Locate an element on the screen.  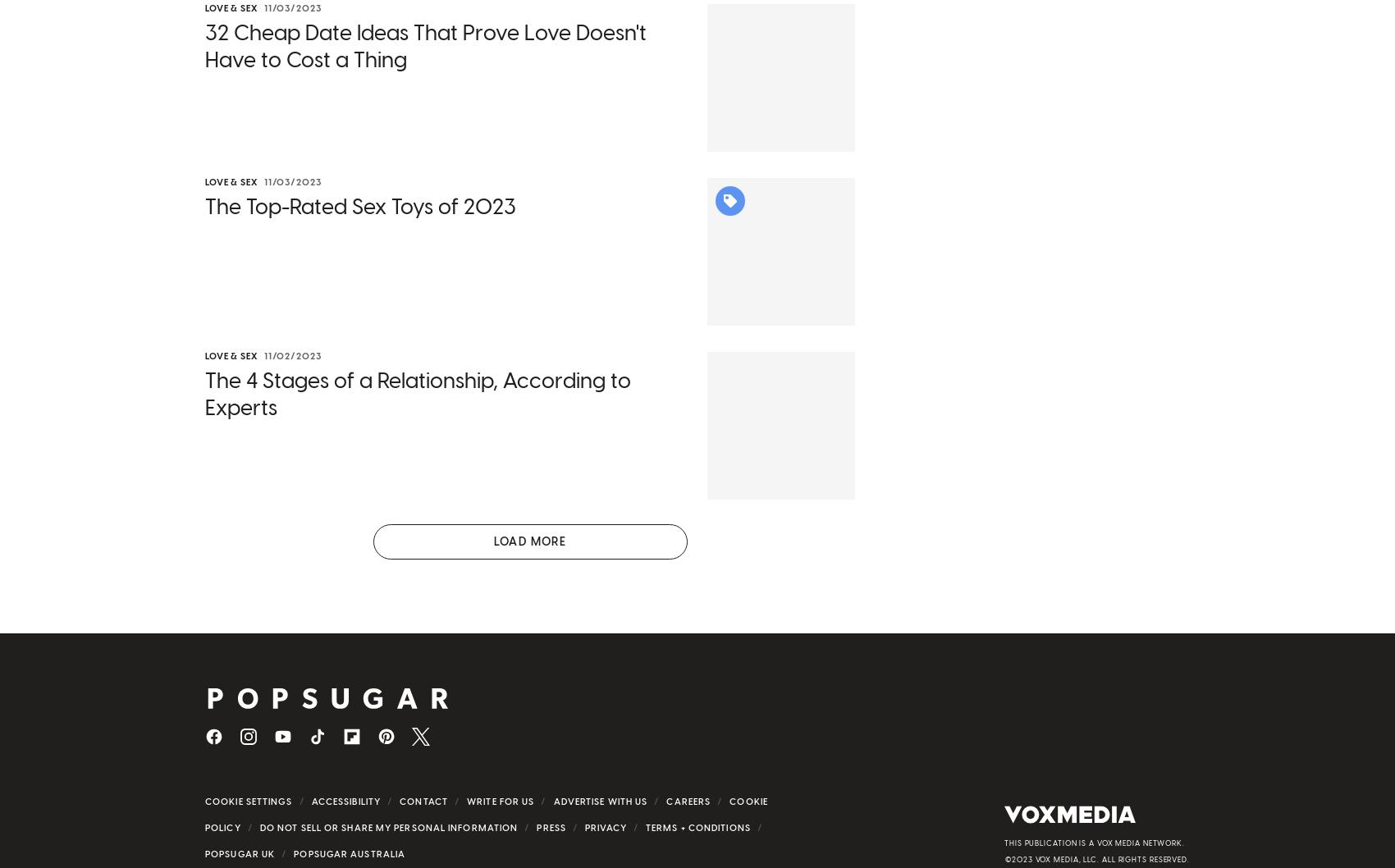
'While there are many public-sector steps to be taken, companies can also strengthen their childcare benefits. "Parents should tap into whatever benefits are offered through their employer, starting with a pretax' is located at coordinates (205, 610).